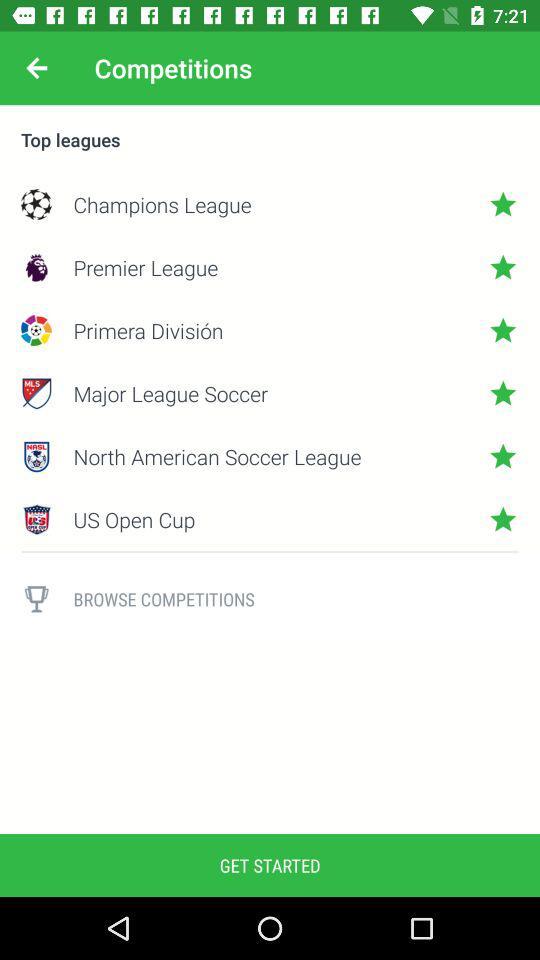 This screenshot has height=960, width=540. I want to click on premier league icon, so click(270, 266).